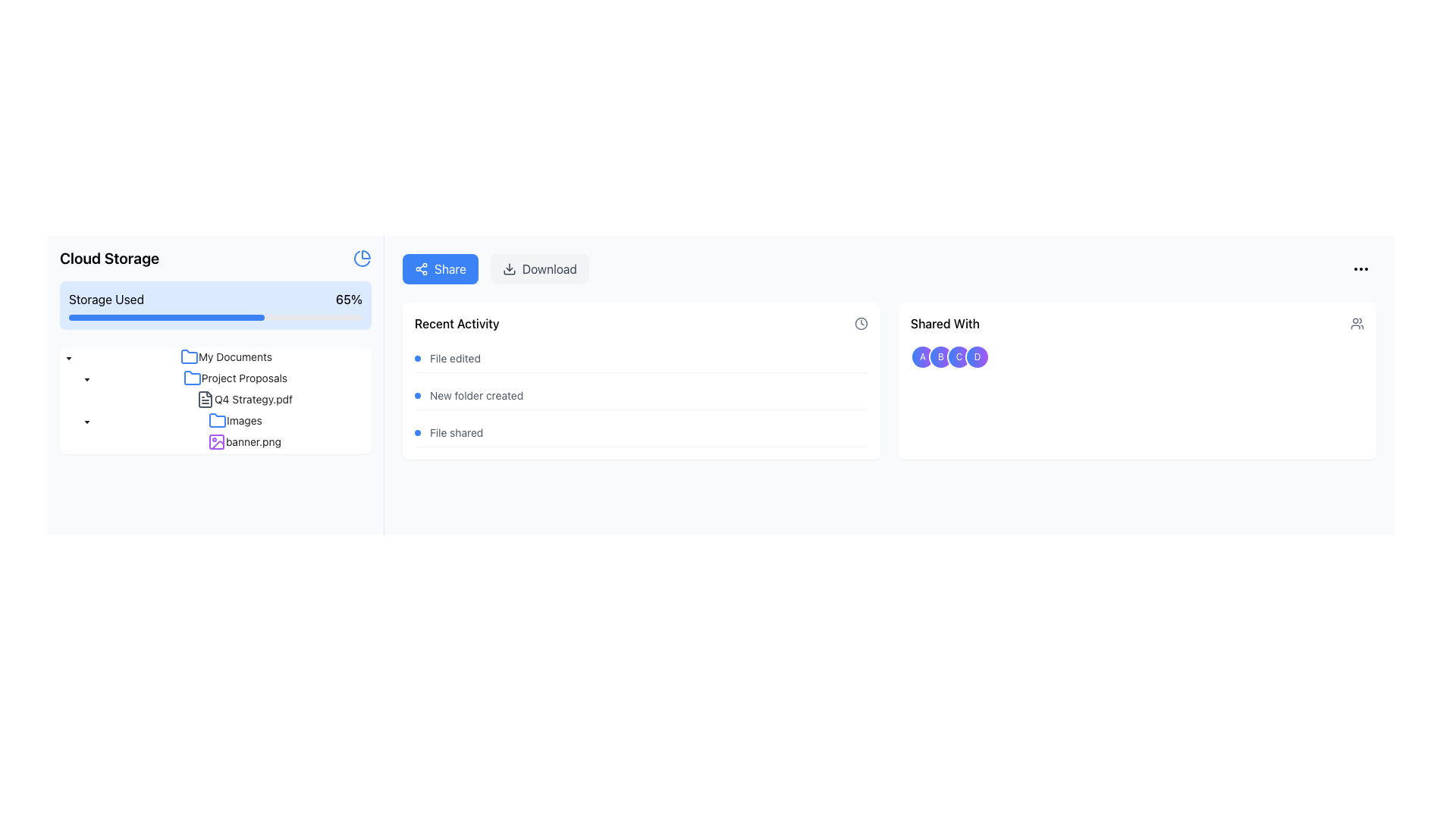 The image size is (1456, 819). Describe the element at coordinates (861, 323) in the screenshot. I see `the circular clock icon located in the 'Recent Activity' section, which has a gray outline and minimalist clock face design` at that location.